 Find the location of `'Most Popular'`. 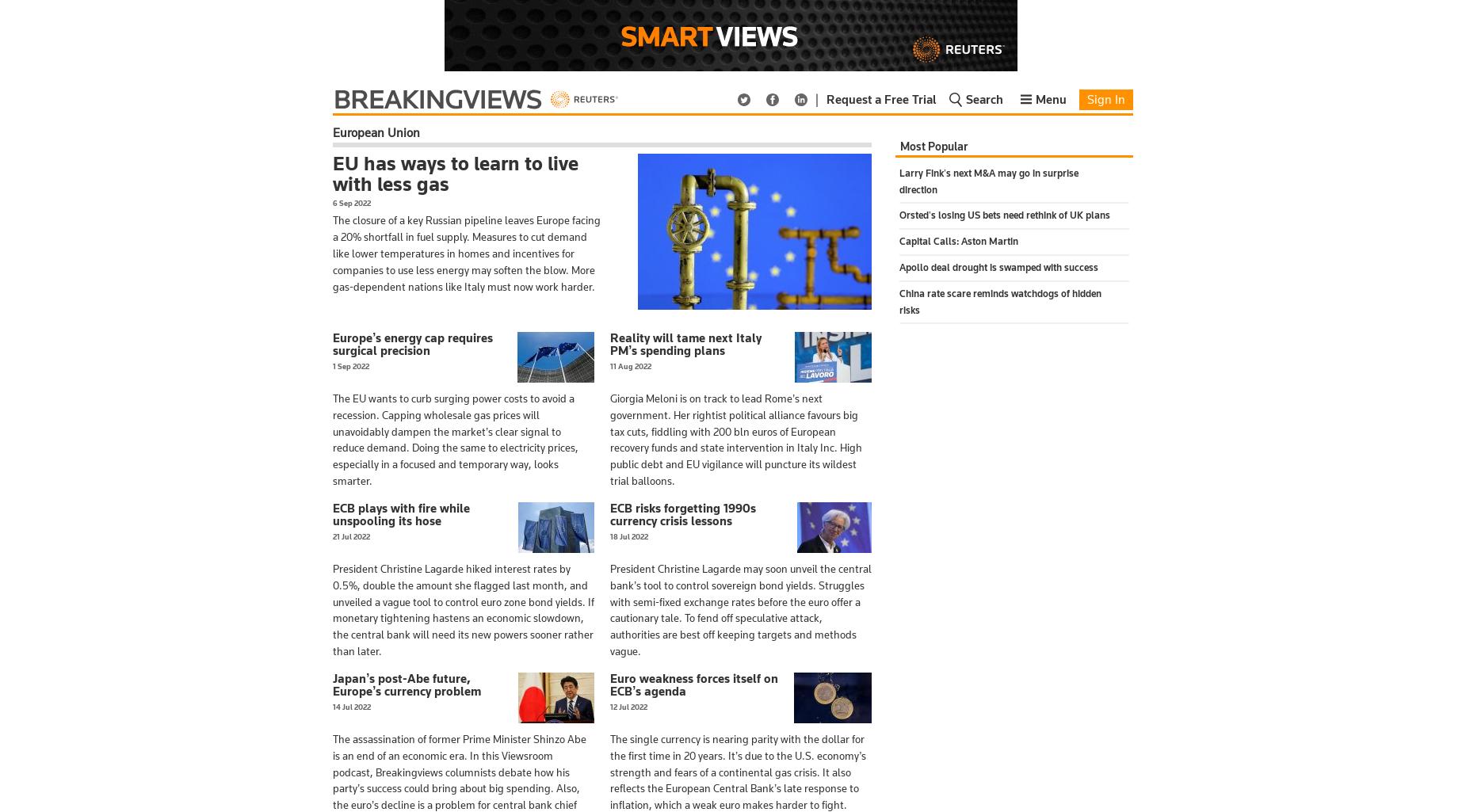

'Most Popular' is located at coordinates (933, 145).